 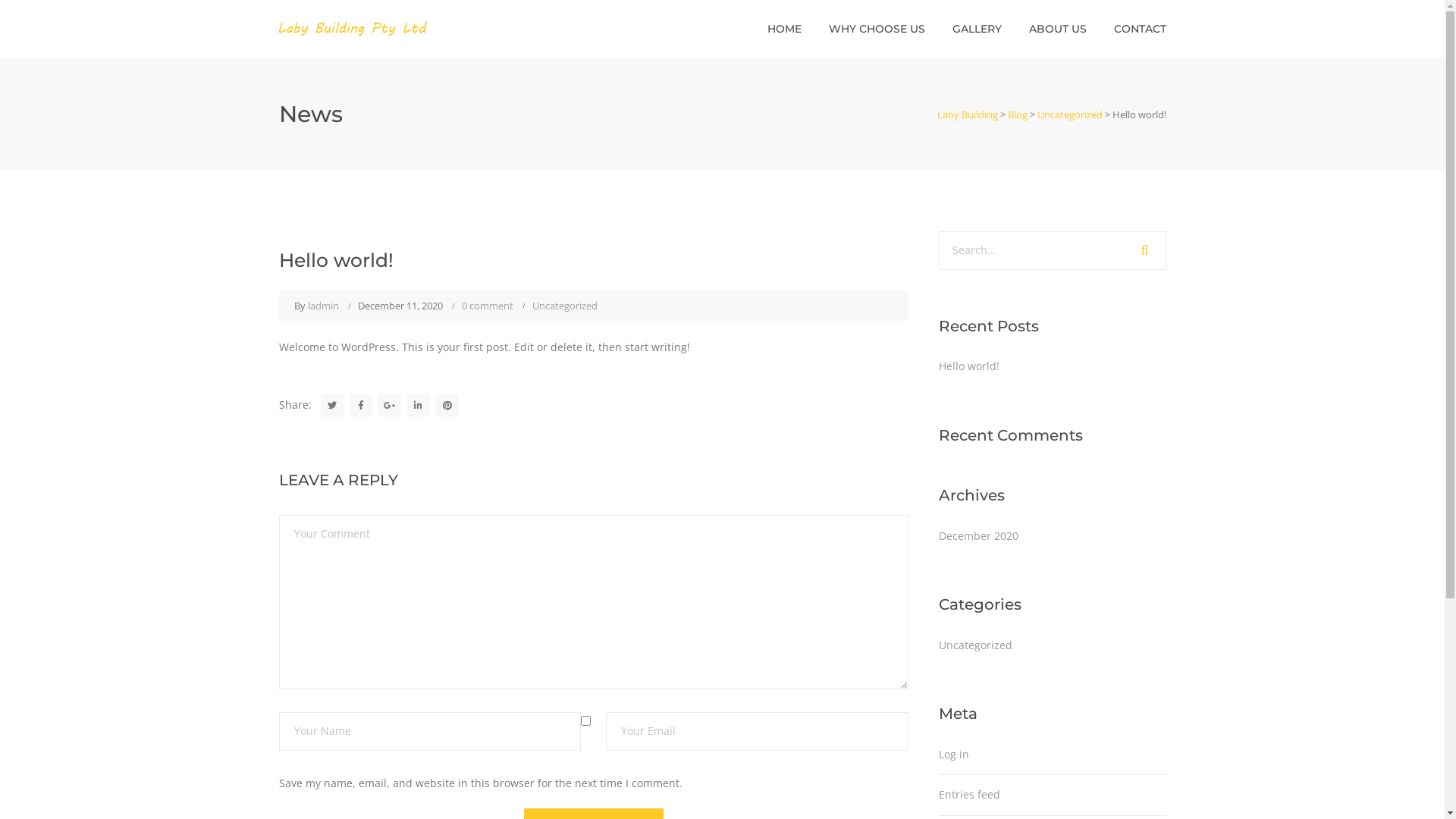 I want to click on 'Uncategorized', so click(x=975, y=645).